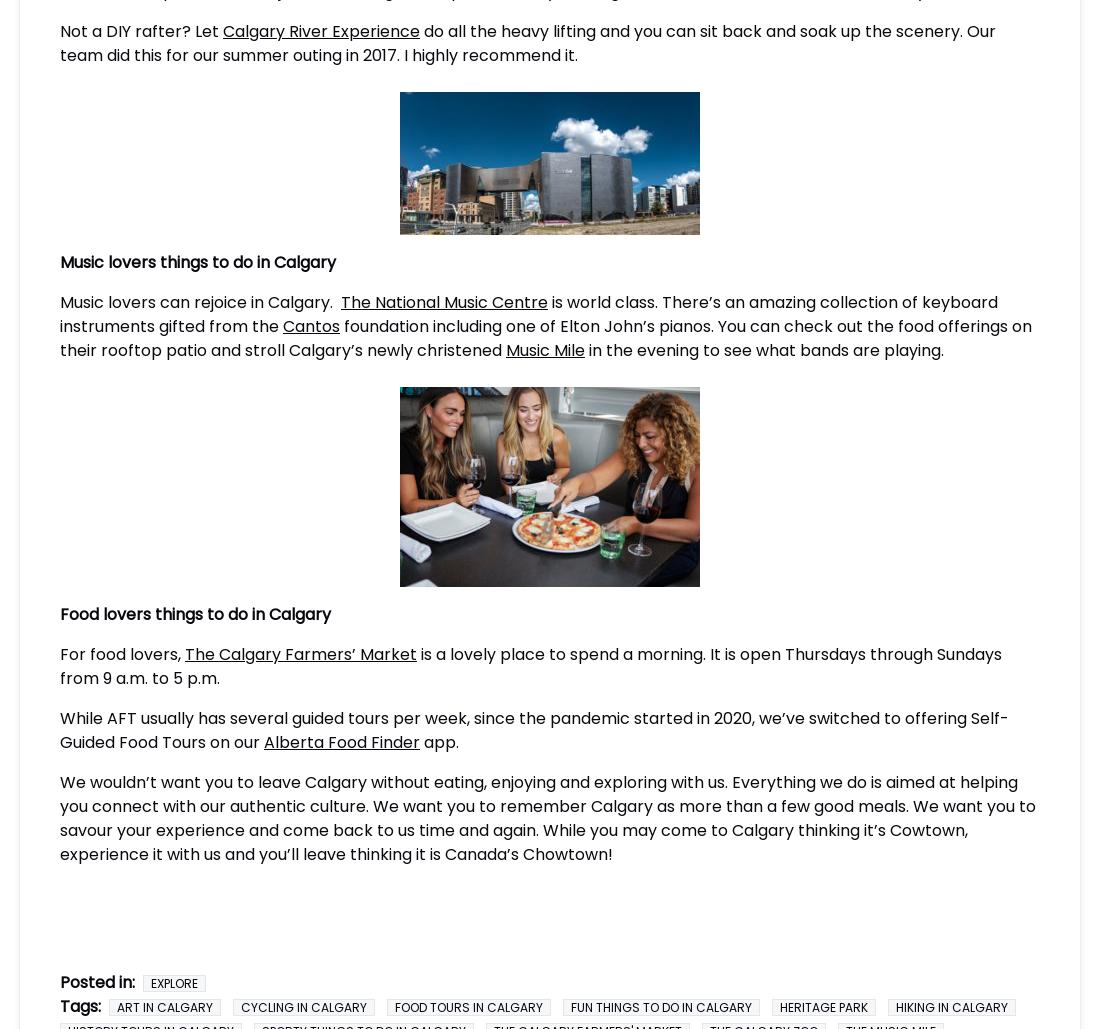 The height and width of the screenshot is (1029, 1100). What do you see at coordinates (545, 349) in the screenshot?
I see `'Music Mile'` at bounding box center [545, 349].